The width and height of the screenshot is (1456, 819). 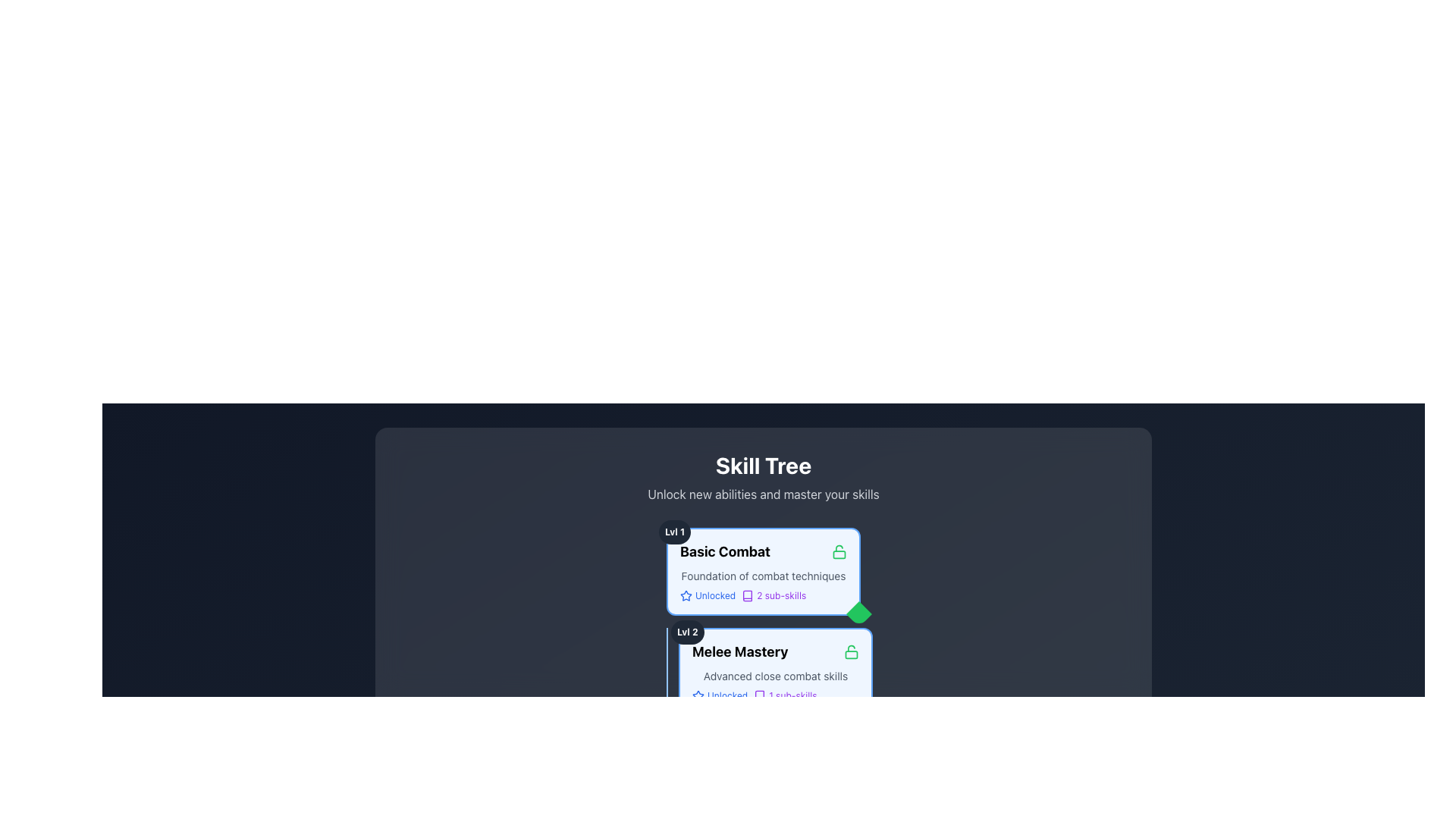 I want to click on the icon located to the left of the text 'Unlocked', so click(x=686, y=595).